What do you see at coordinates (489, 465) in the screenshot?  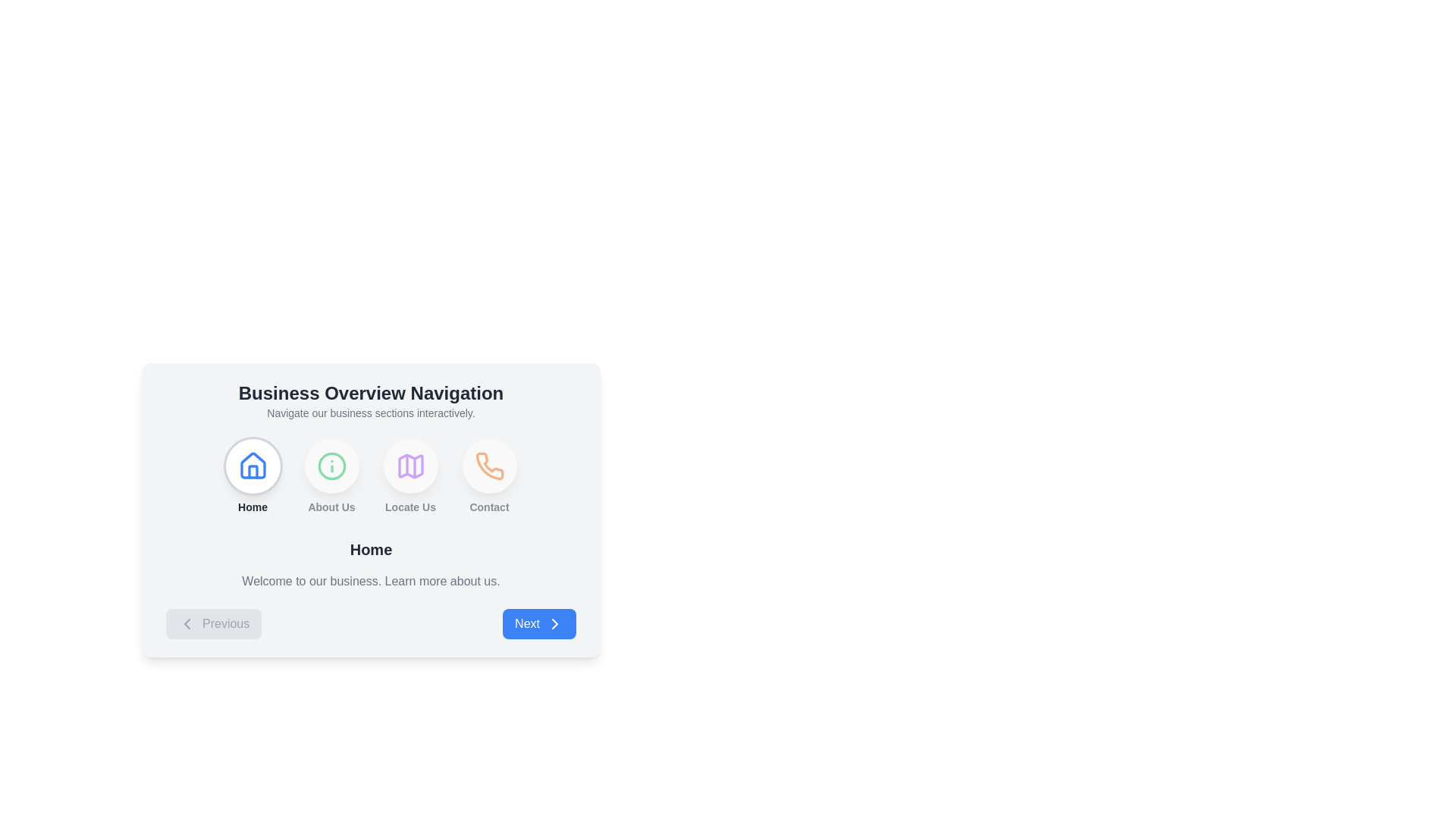 I see `the contact-related icon graphic located in the 'Contact' section to initiate interaction` at bounding box center [489, 465].